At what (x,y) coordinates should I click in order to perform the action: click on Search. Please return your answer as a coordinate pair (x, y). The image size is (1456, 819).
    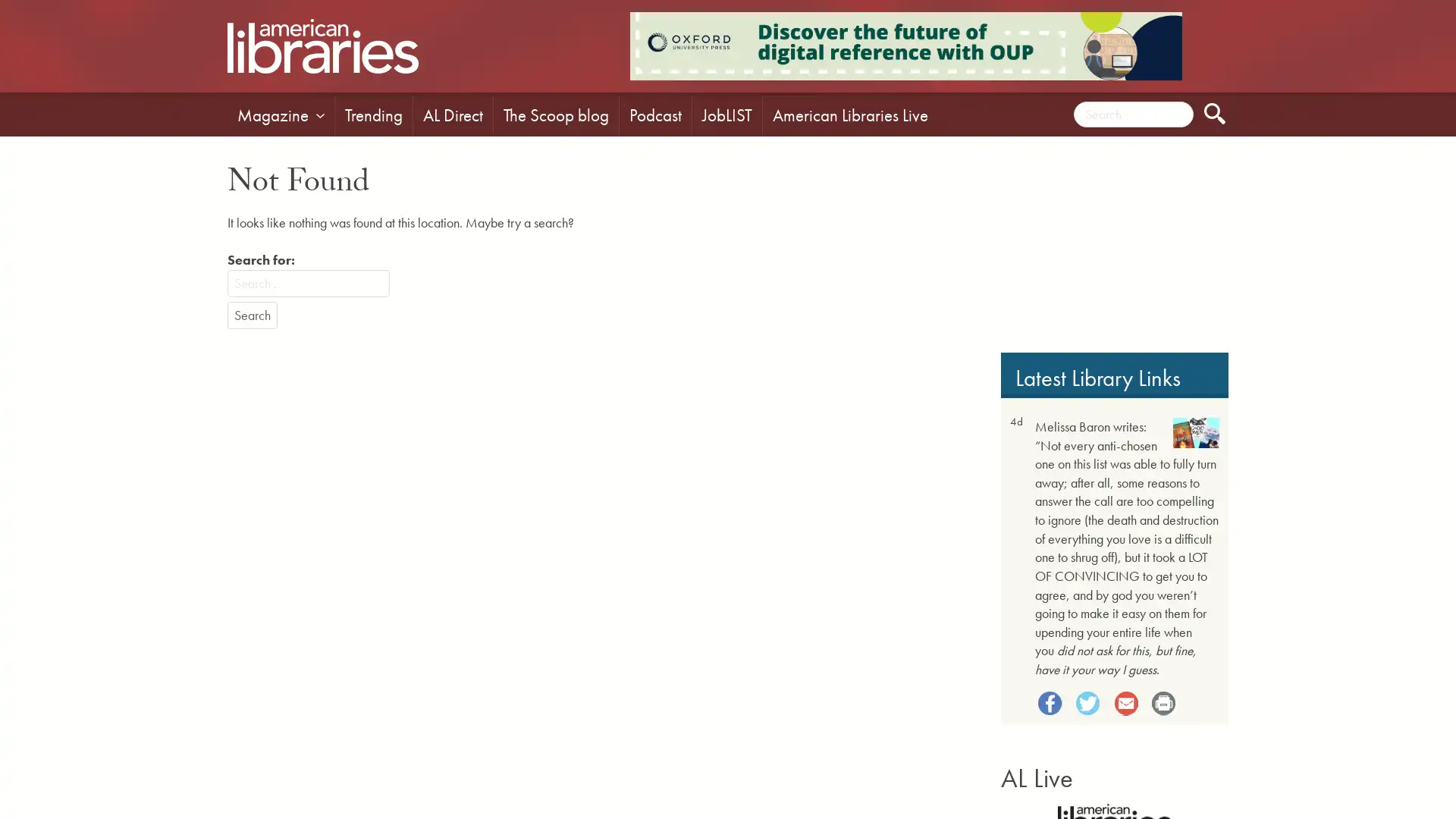
    Looking at the image, I should click on (252, 315).